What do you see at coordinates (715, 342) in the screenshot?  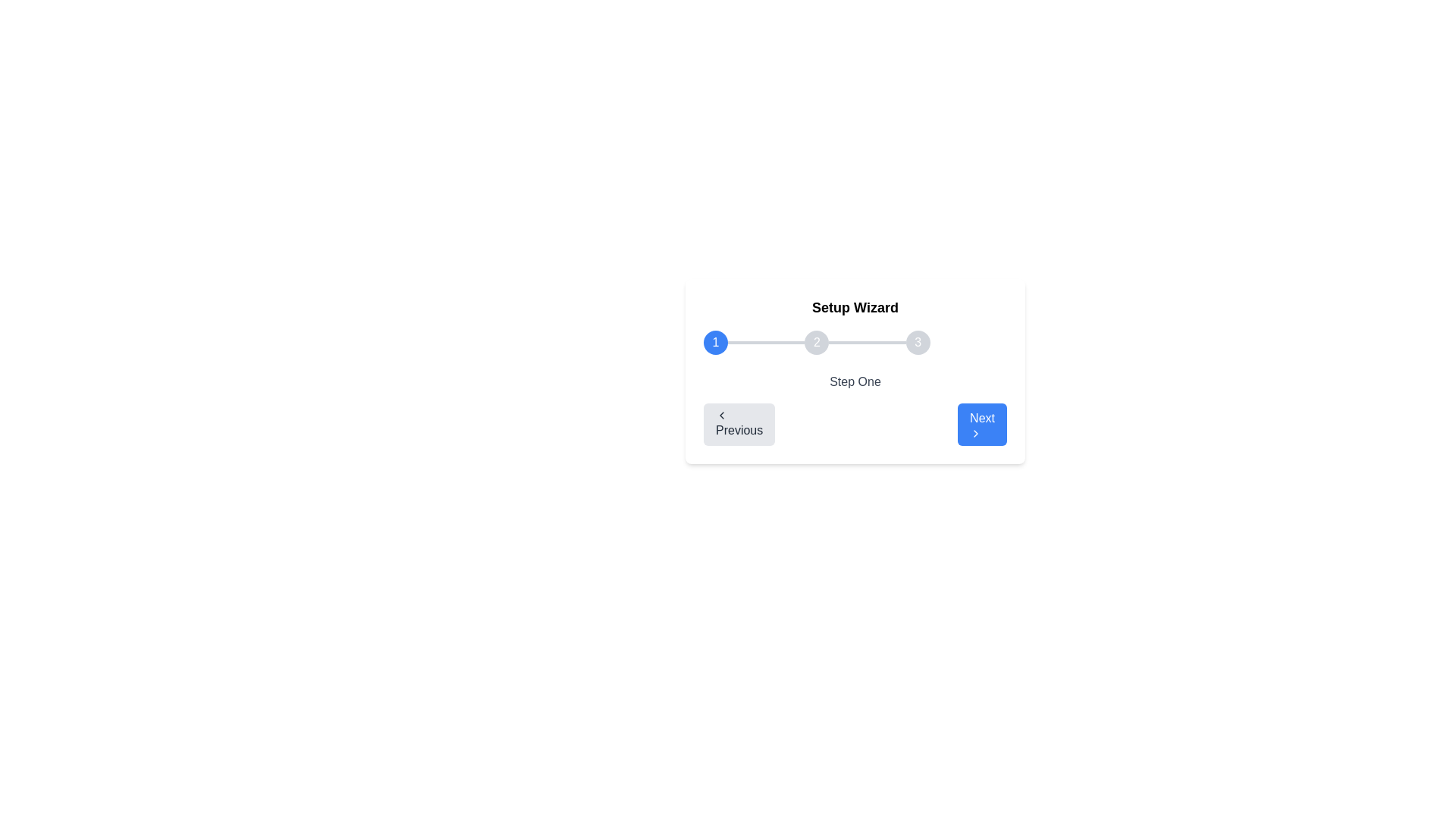 I see `the blue circular button with a white number '1' indicating the first step in the step indicator bar` at bounding box center [715, 342].